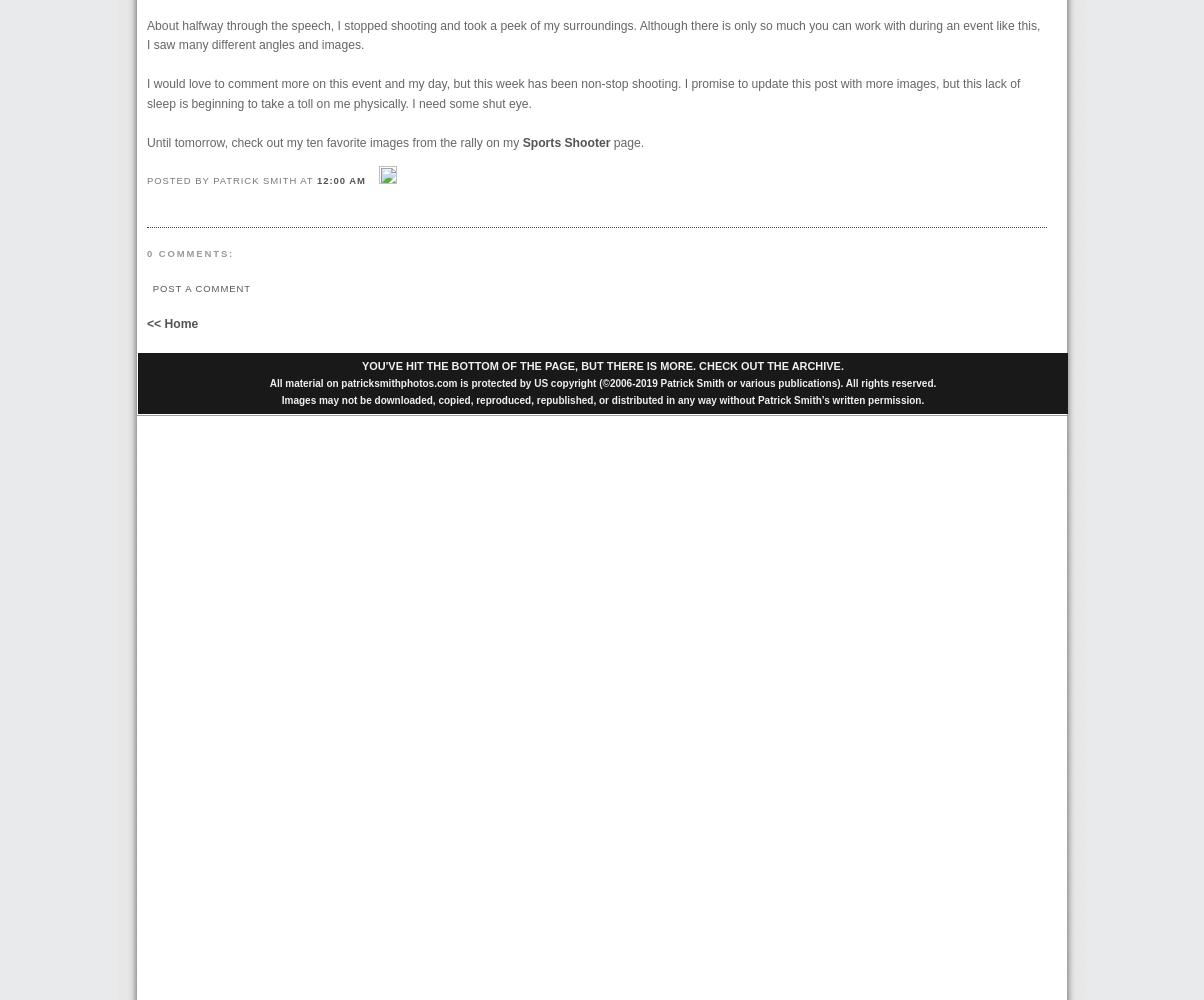 This screenshot has width=1204, height=1000. What do you see at coordinates (147, 142) in the screenshot?
I see `'Until tomorrow, check out my ten favorite images from the rally on my'` at bounding box center [147, 142].